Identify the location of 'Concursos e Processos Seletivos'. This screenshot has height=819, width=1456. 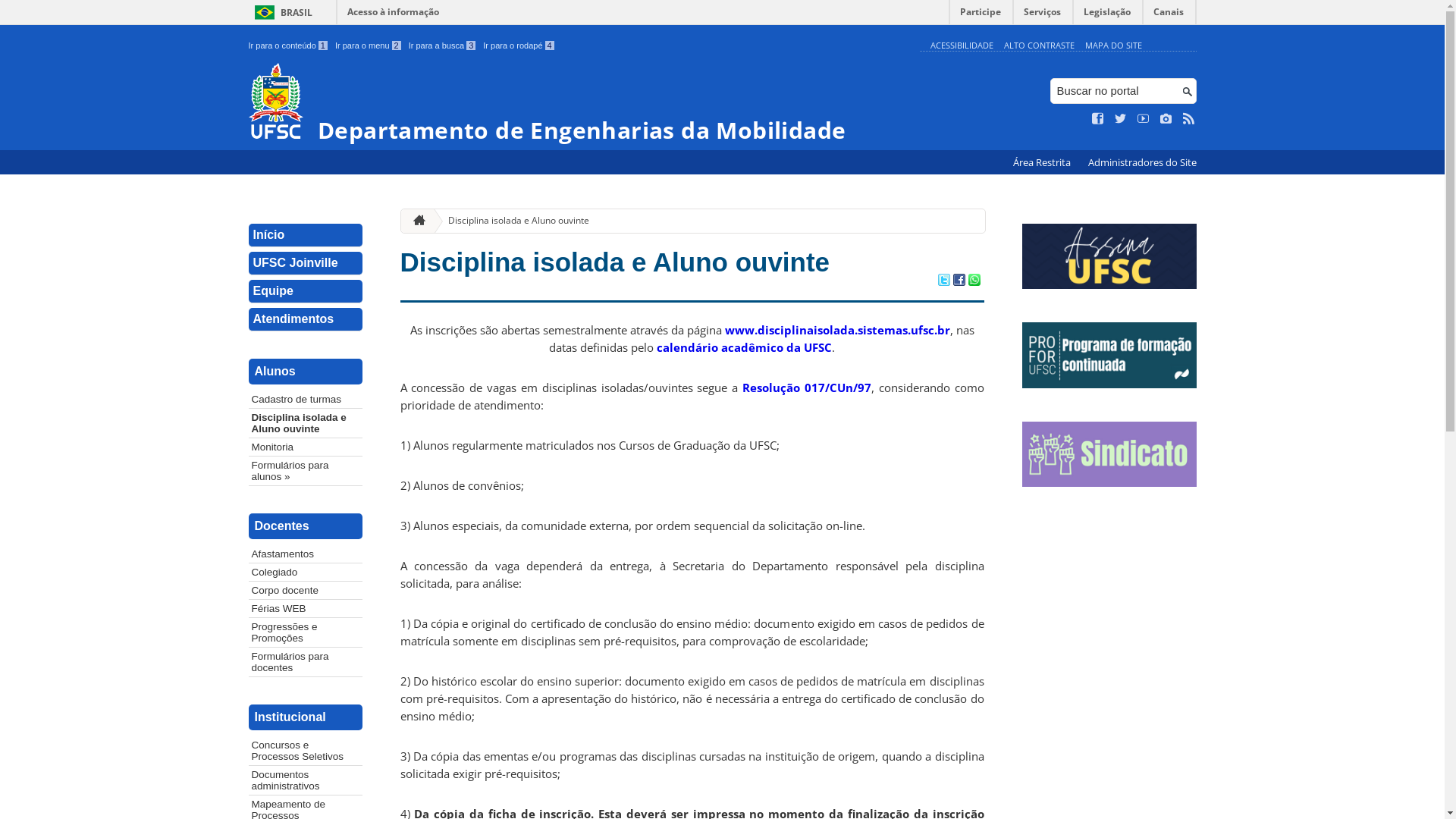
(305, 751).